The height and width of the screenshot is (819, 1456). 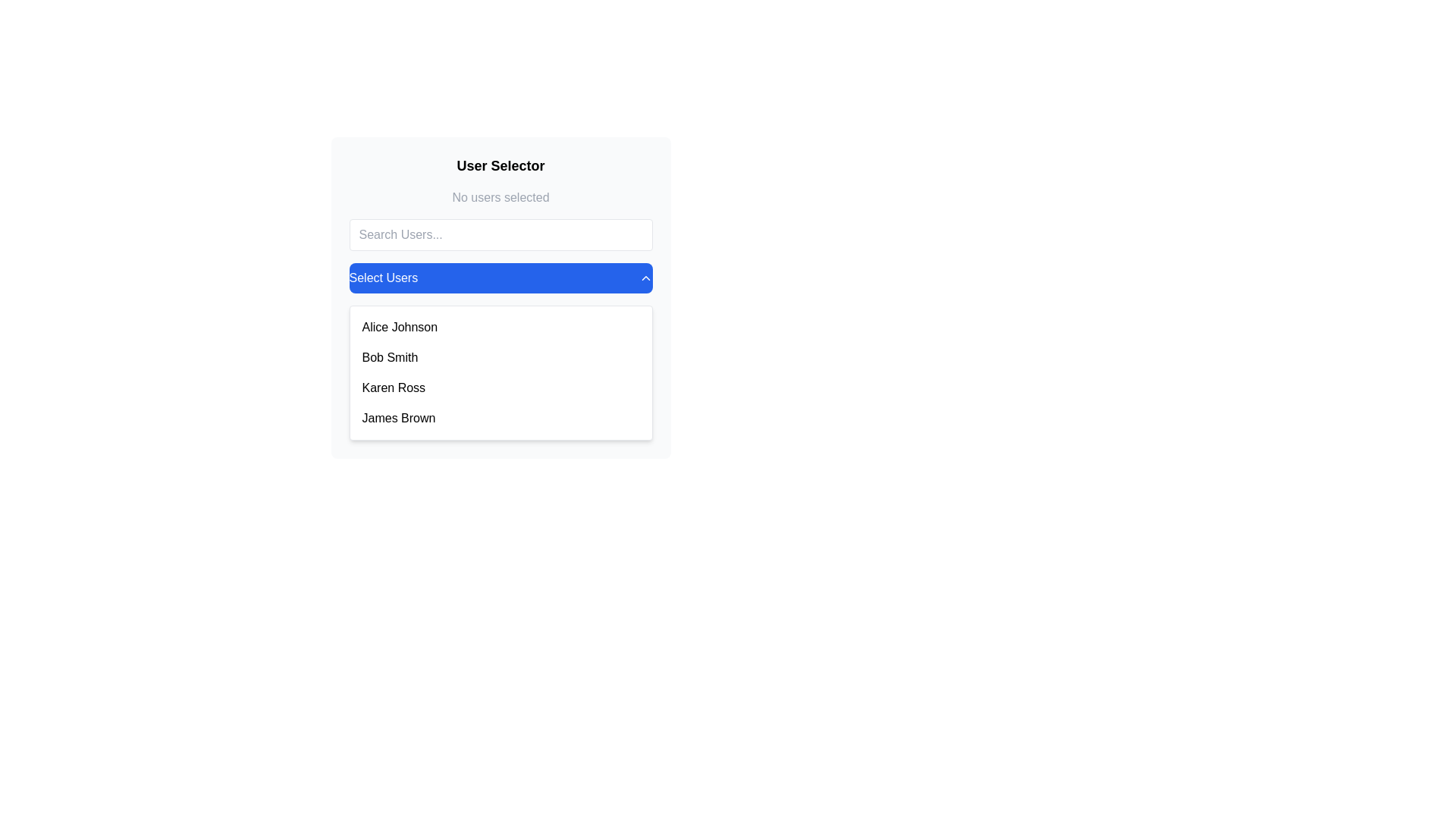 What do you see at coordinates (398, 418) in the screenshot?
I see `the text label displaying 'James Brown' in the dropdown list` at bounding box center [398, 418].